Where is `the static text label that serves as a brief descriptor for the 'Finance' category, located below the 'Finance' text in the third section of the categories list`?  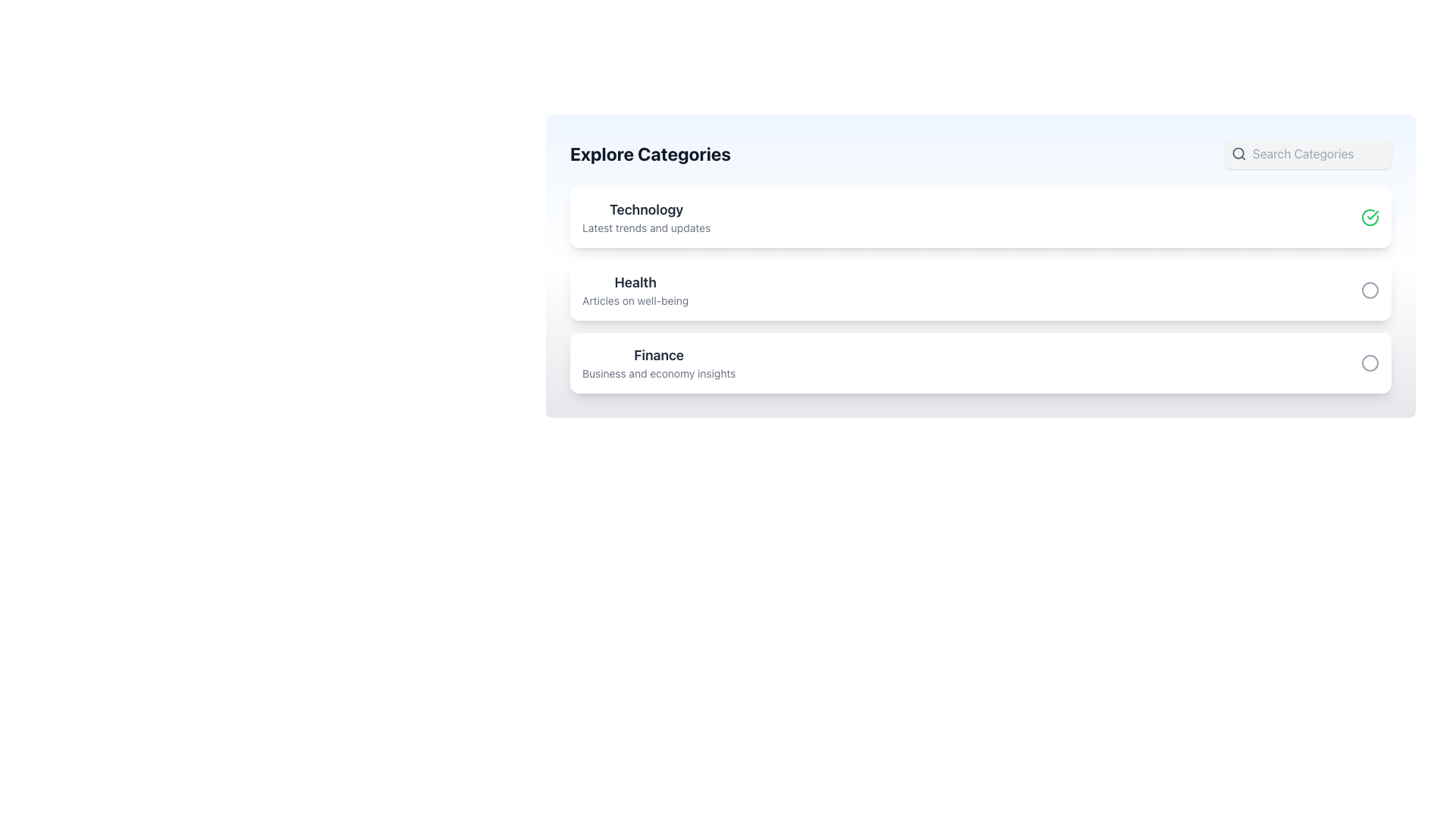
the static text label that serves as a brief descriptor for the 'Finance' category, located below the 'Finance' text in the third section of the categories list is located at coordinates (659, 374).